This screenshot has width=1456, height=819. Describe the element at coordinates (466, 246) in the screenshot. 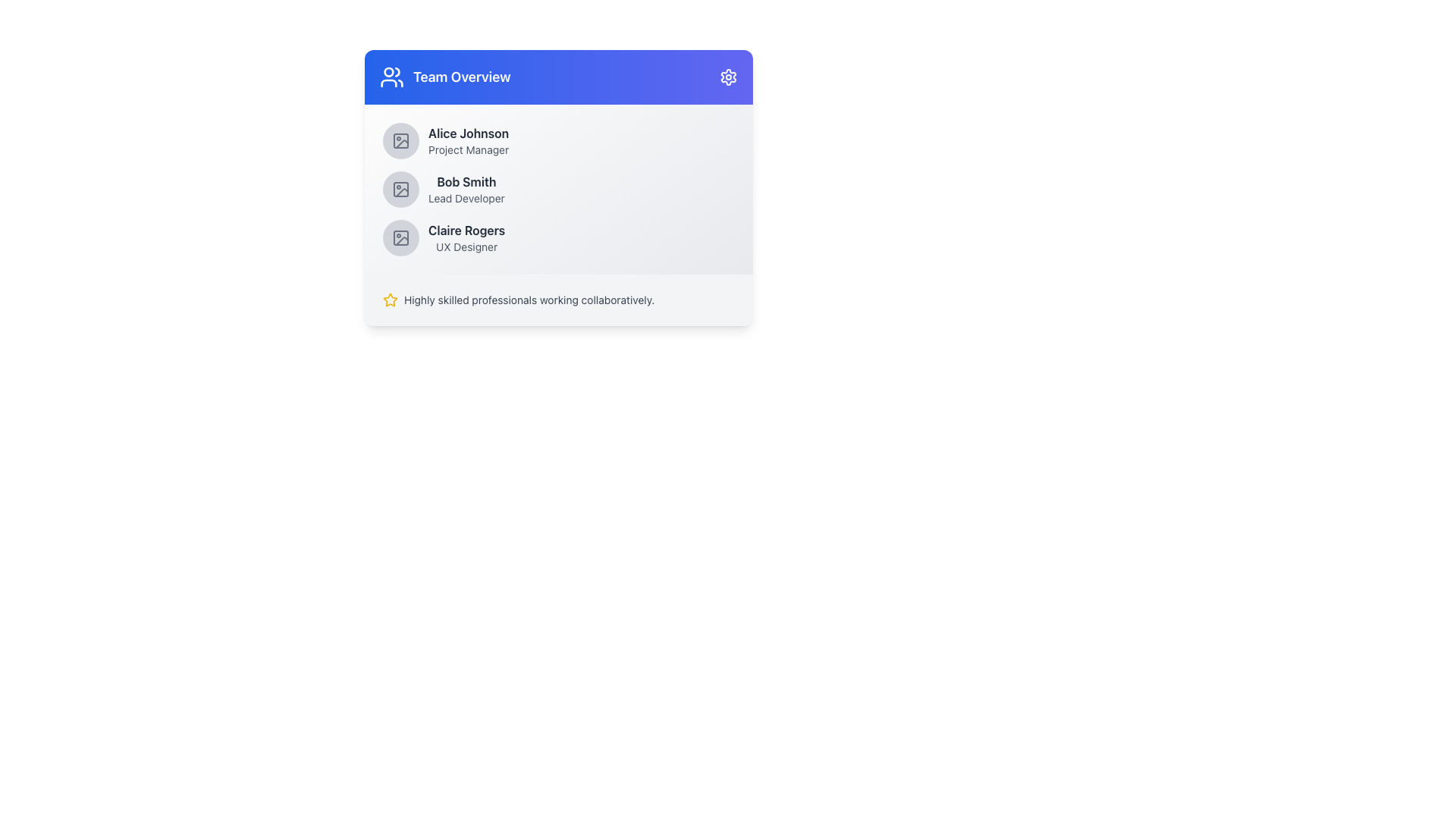

I see `the static text label displaying the job title 'UX Designer' located below the 'Claire Rogers' label in the Team Overview list` at that location.